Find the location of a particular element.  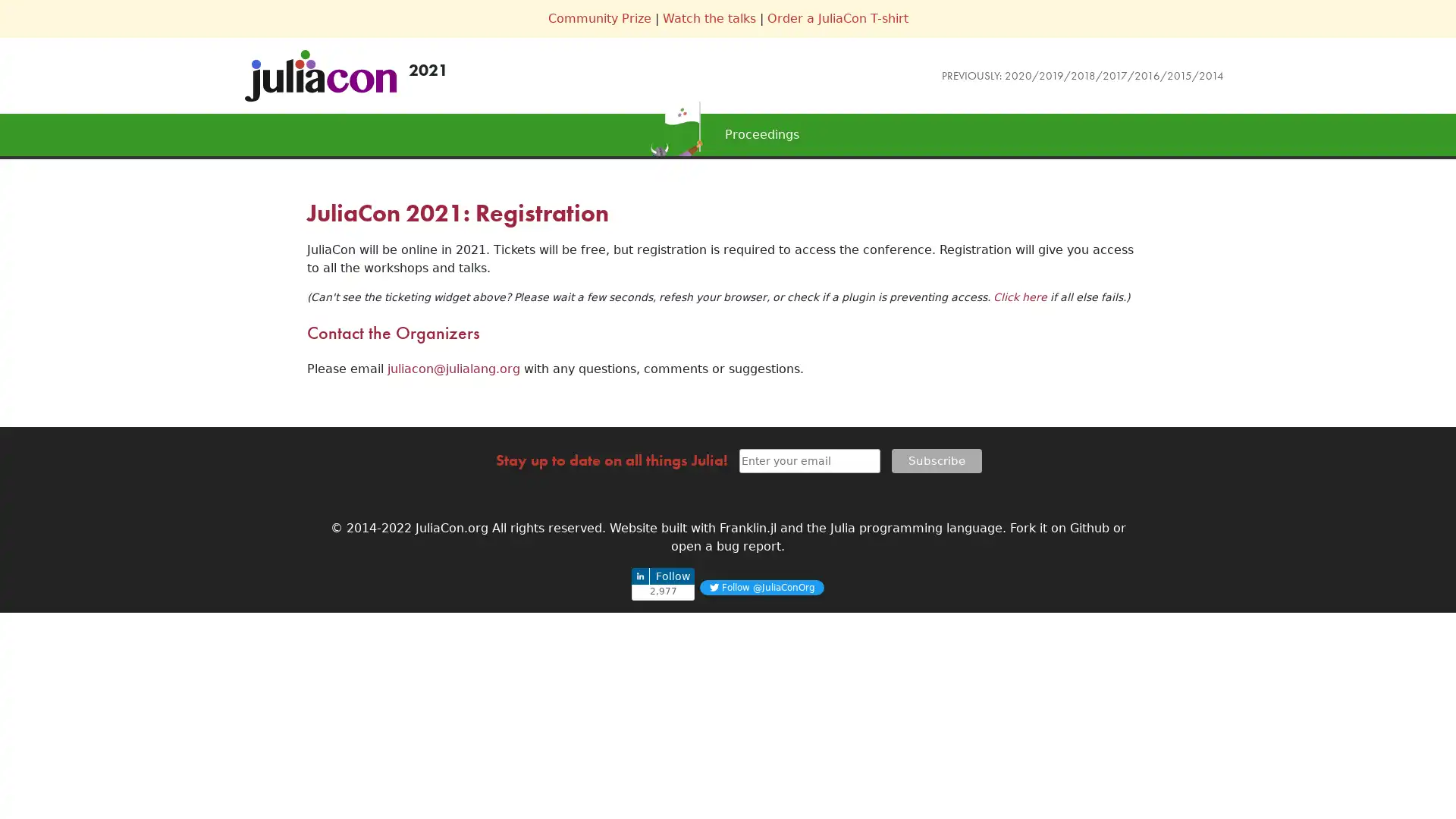

Subscribe is located at coordinates (935, 459).